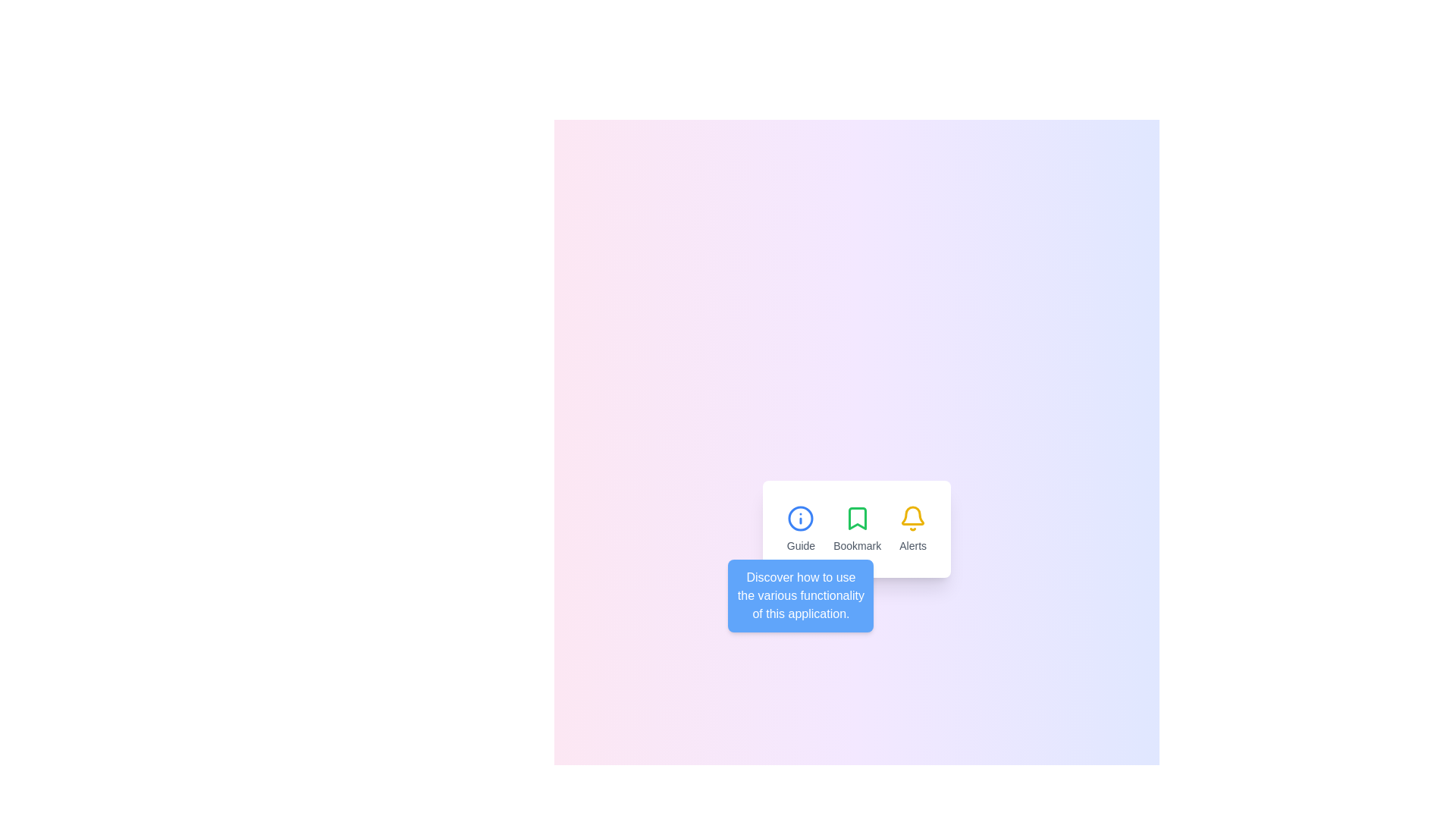  Describe the element at coordinates (857, 529) in the screenshot. I see `the visual indicator labeled 'Bookmark', which is a green bookmark icon with gray text below it, positioned between 'Guide' and 'Alerts'` at that location.